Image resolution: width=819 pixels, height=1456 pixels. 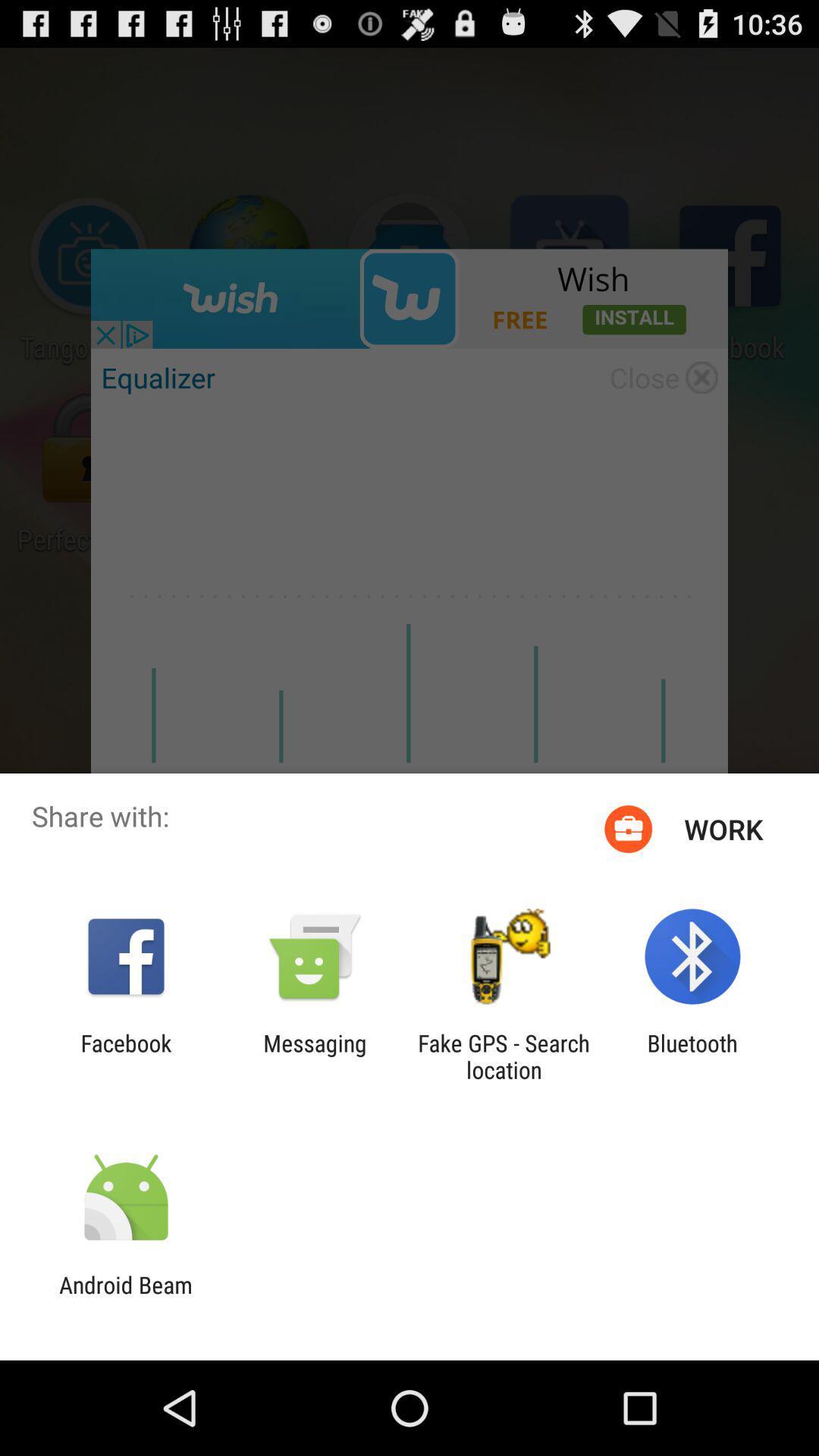 What do you see at coordinates (125, 1298) in the screenshot?
I see `the android beam` at bounding box center [125, 1298].